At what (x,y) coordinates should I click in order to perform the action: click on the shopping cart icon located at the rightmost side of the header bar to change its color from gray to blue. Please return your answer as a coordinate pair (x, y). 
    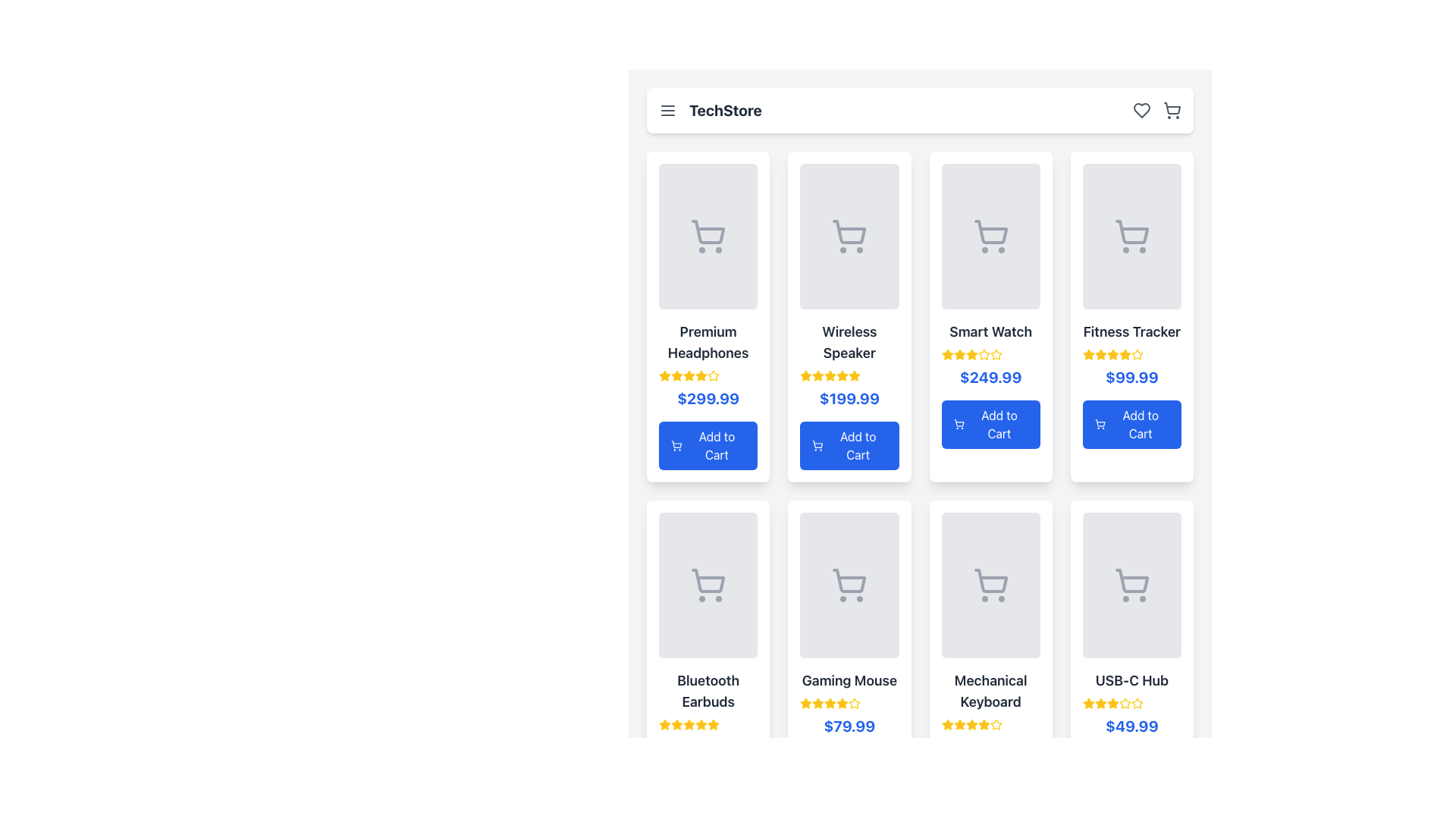
    Looking at the image, I should click on (1171, 110).